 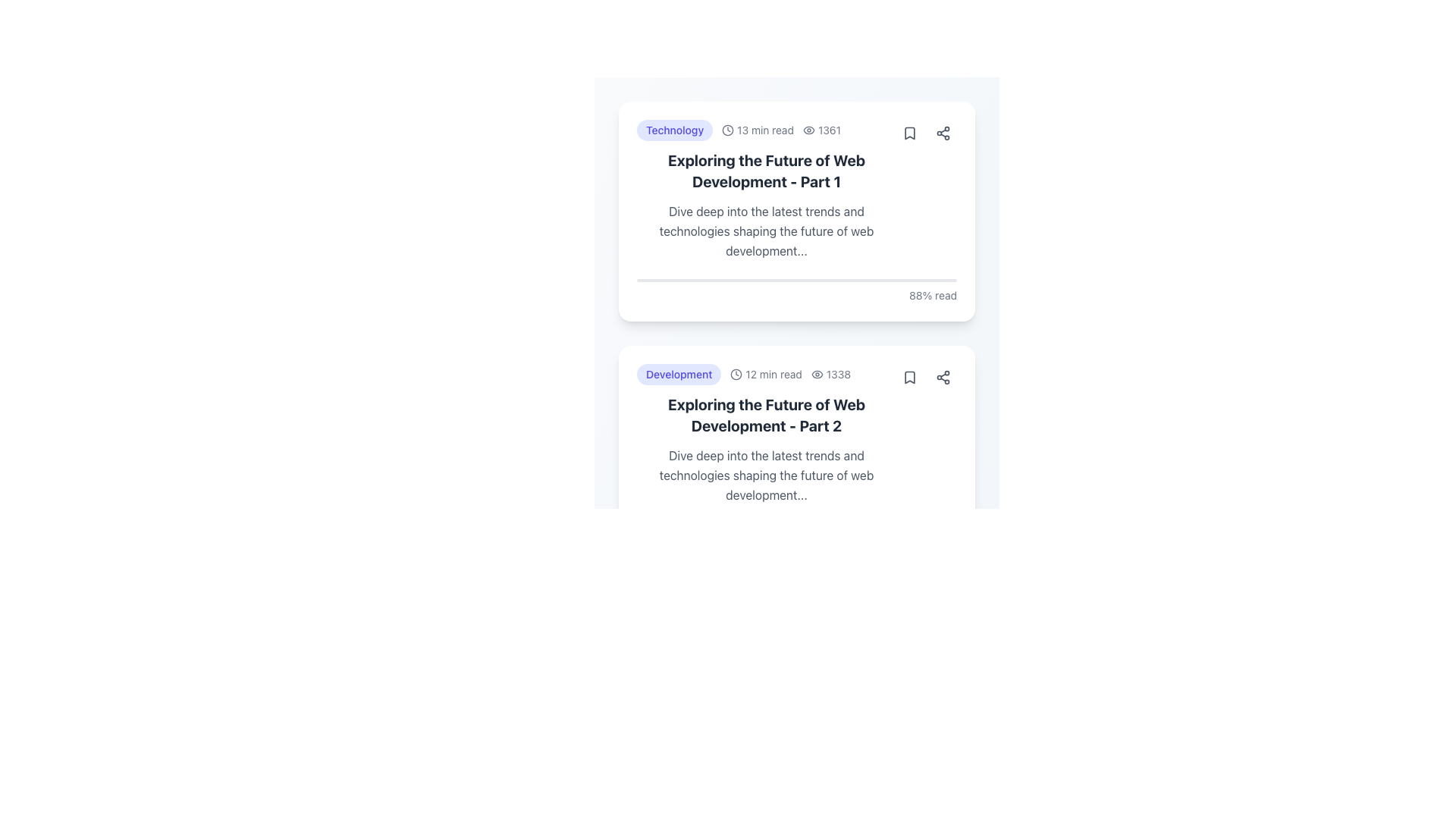 I want to click on the Text label that communicates the progress or completion percentage of reading the associated article, located at the bottom-right corner of the article summary card, so click(x=796, y=780).